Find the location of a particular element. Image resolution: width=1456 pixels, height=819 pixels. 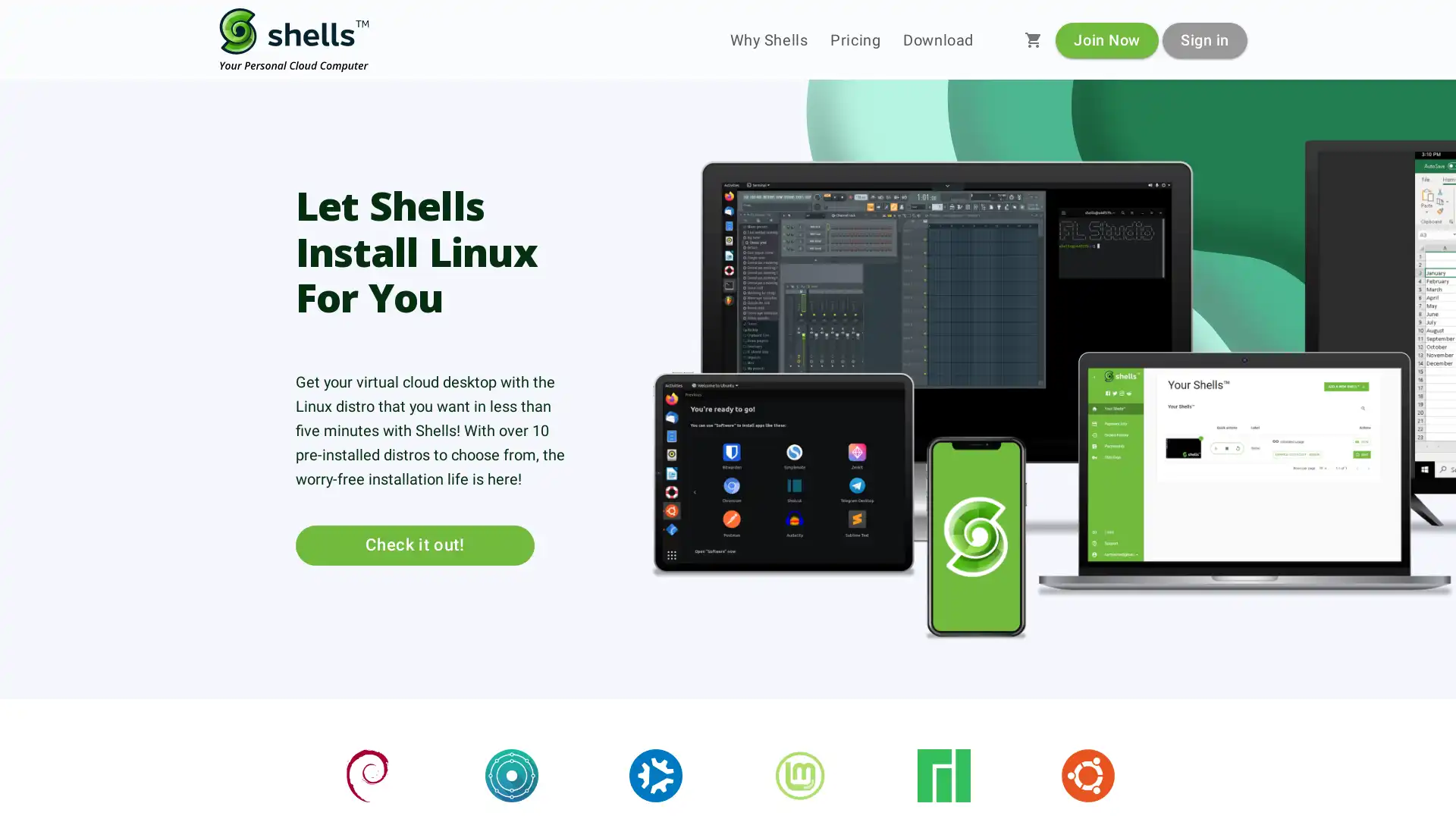

Sign in is located at coordinates (1203, 39).